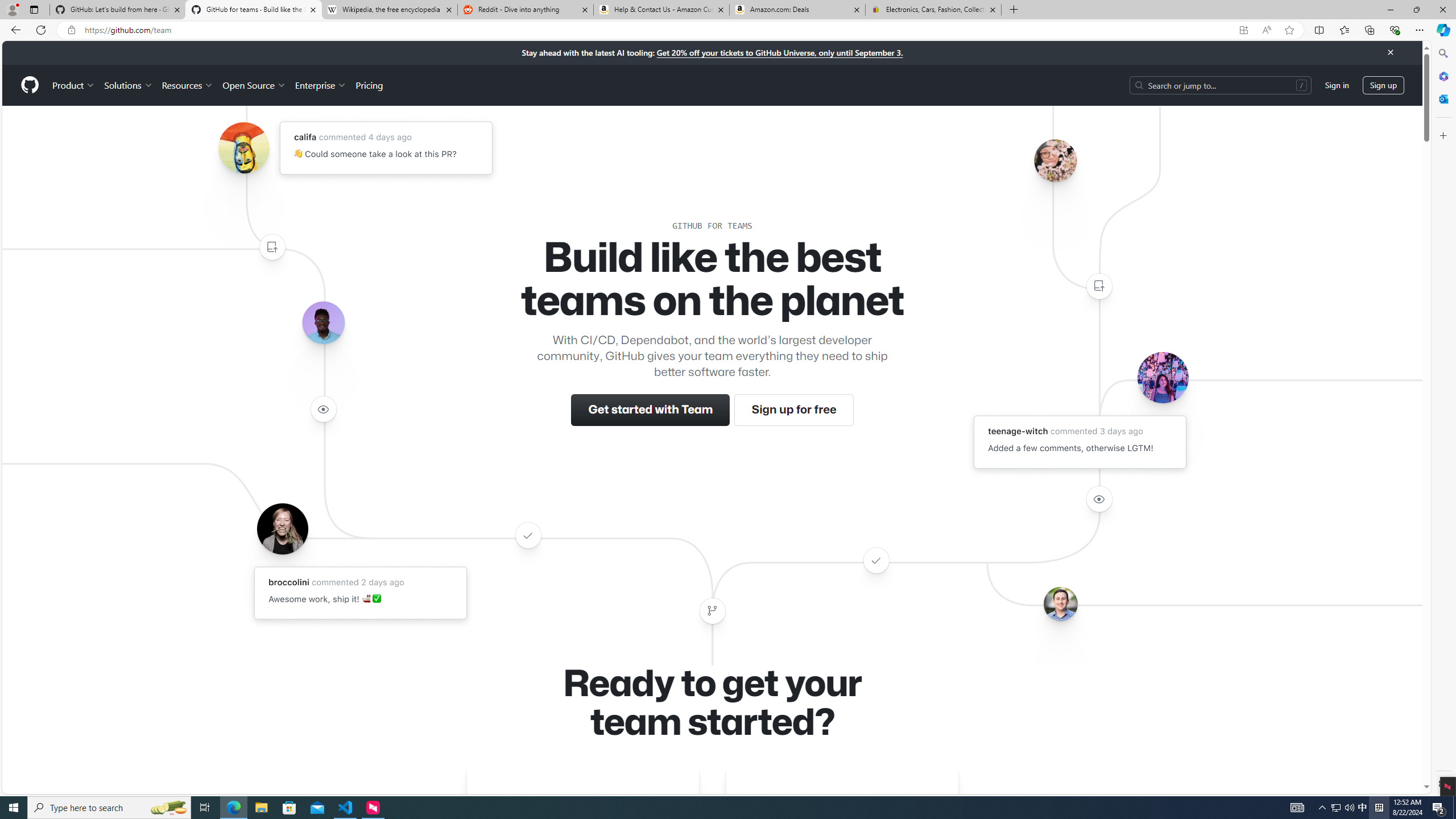 This screenshot has height=819, width=1456. What do you see at coordinates (255, 85) in the screenshot?
I see `'Open Source'` at bounding box center [255, 85].